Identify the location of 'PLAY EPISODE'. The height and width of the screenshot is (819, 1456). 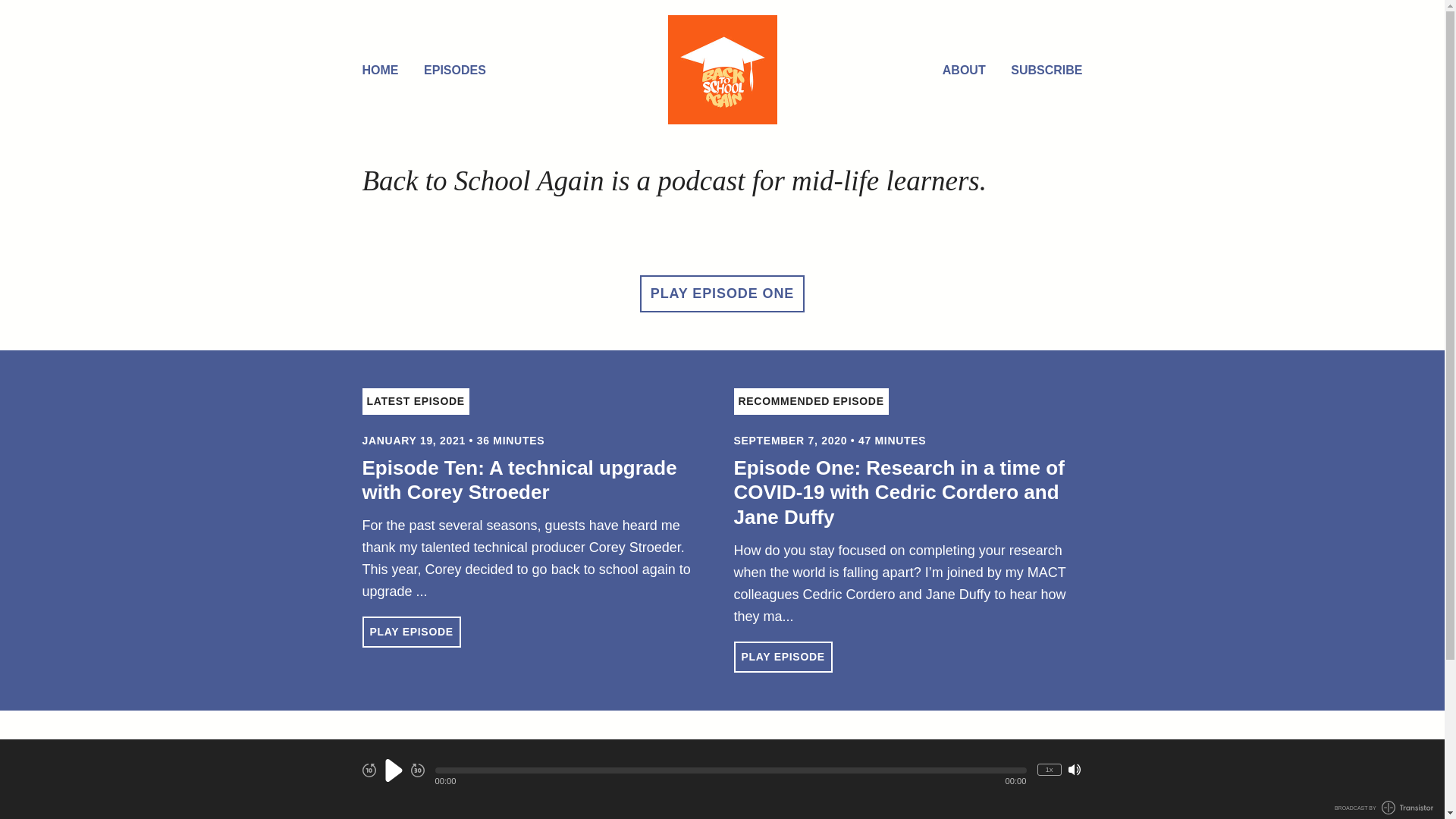
(783, 656).